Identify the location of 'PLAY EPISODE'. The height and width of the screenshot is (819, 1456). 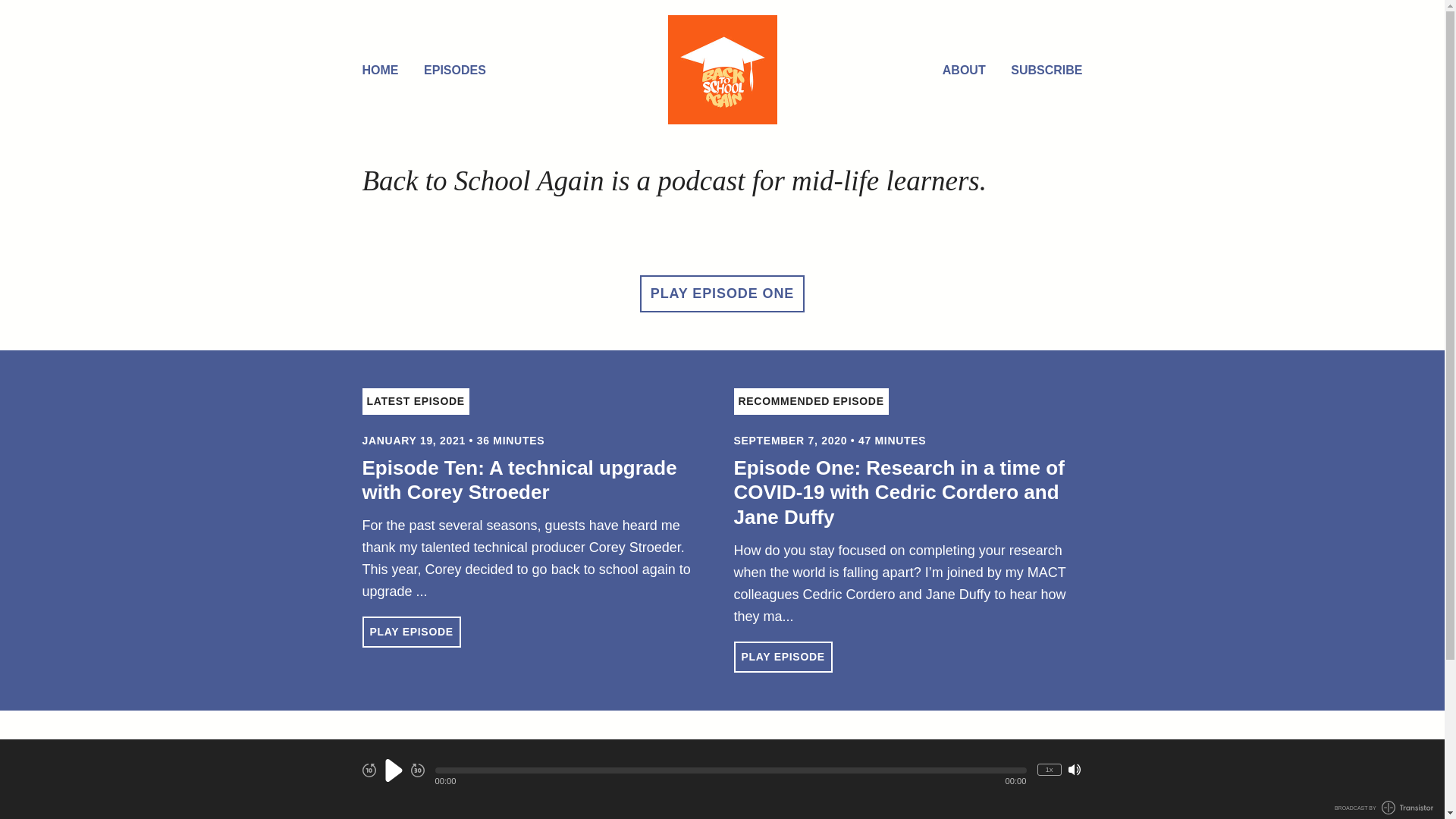
(783, 656).